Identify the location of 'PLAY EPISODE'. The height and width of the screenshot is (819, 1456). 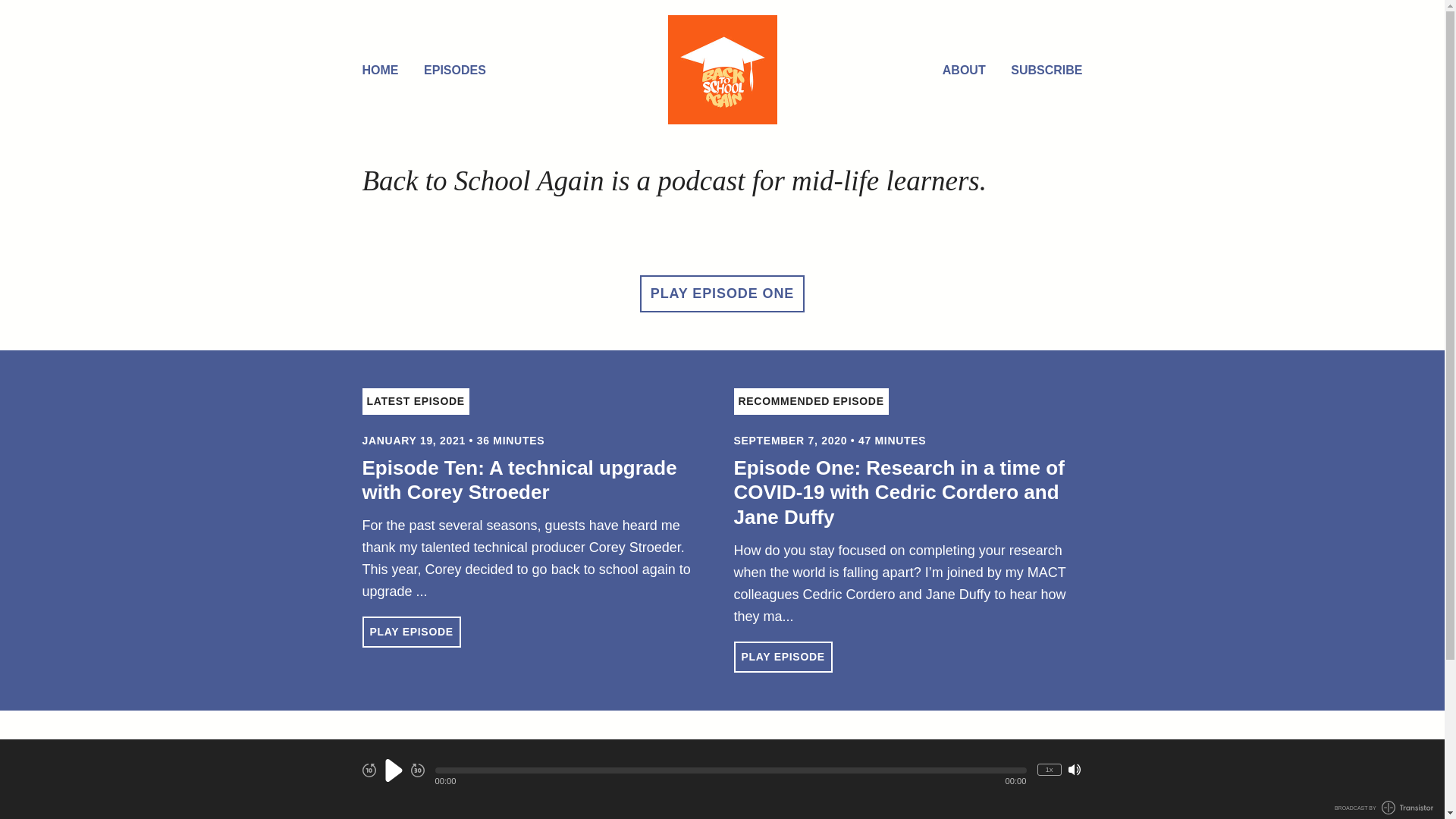
(783, 656).